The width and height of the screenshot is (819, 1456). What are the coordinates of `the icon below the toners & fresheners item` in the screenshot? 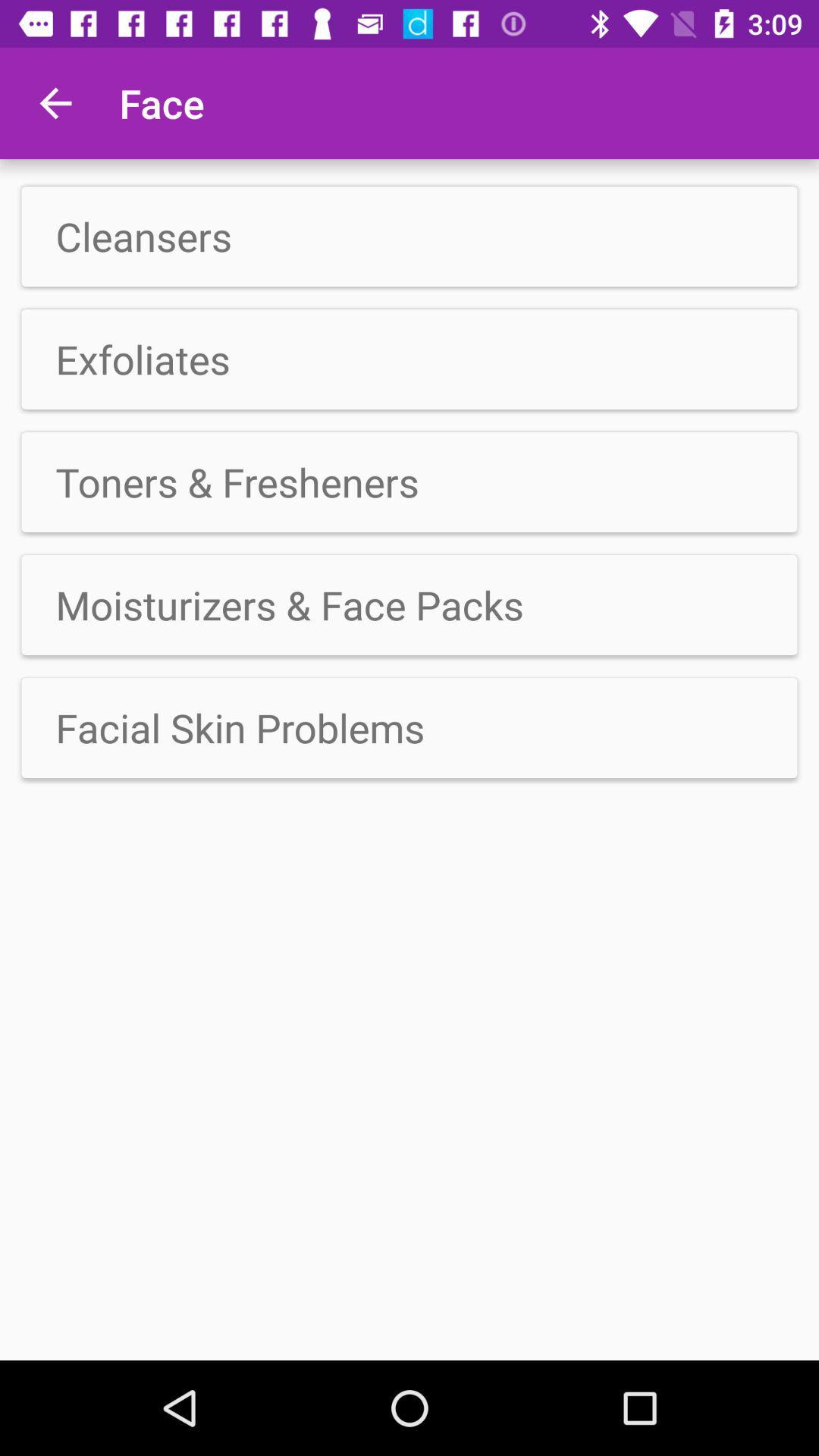 It's located at (409, 604).